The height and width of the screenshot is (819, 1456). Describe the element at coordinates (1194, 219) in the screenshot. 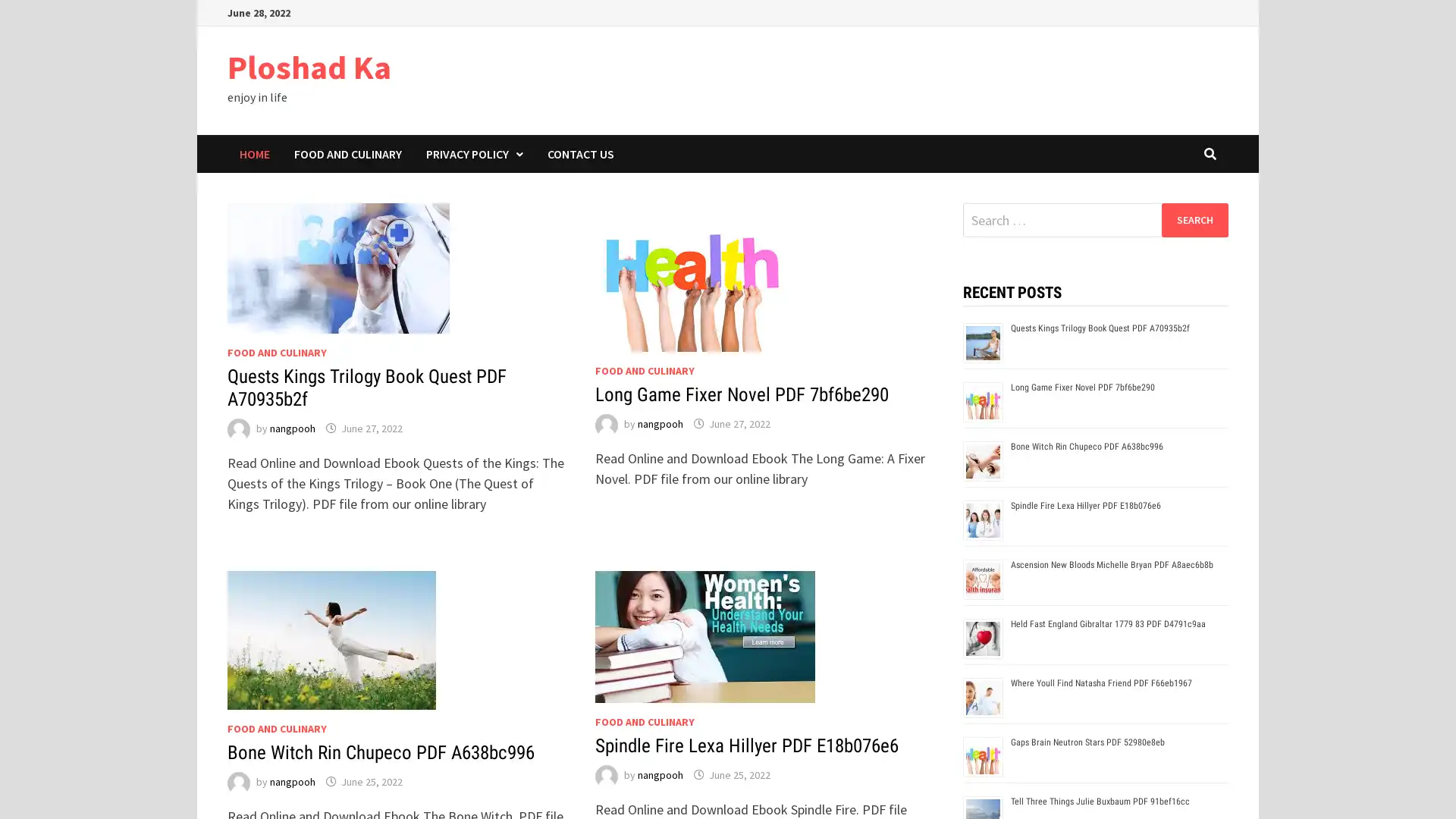

I see `Search` at that location.